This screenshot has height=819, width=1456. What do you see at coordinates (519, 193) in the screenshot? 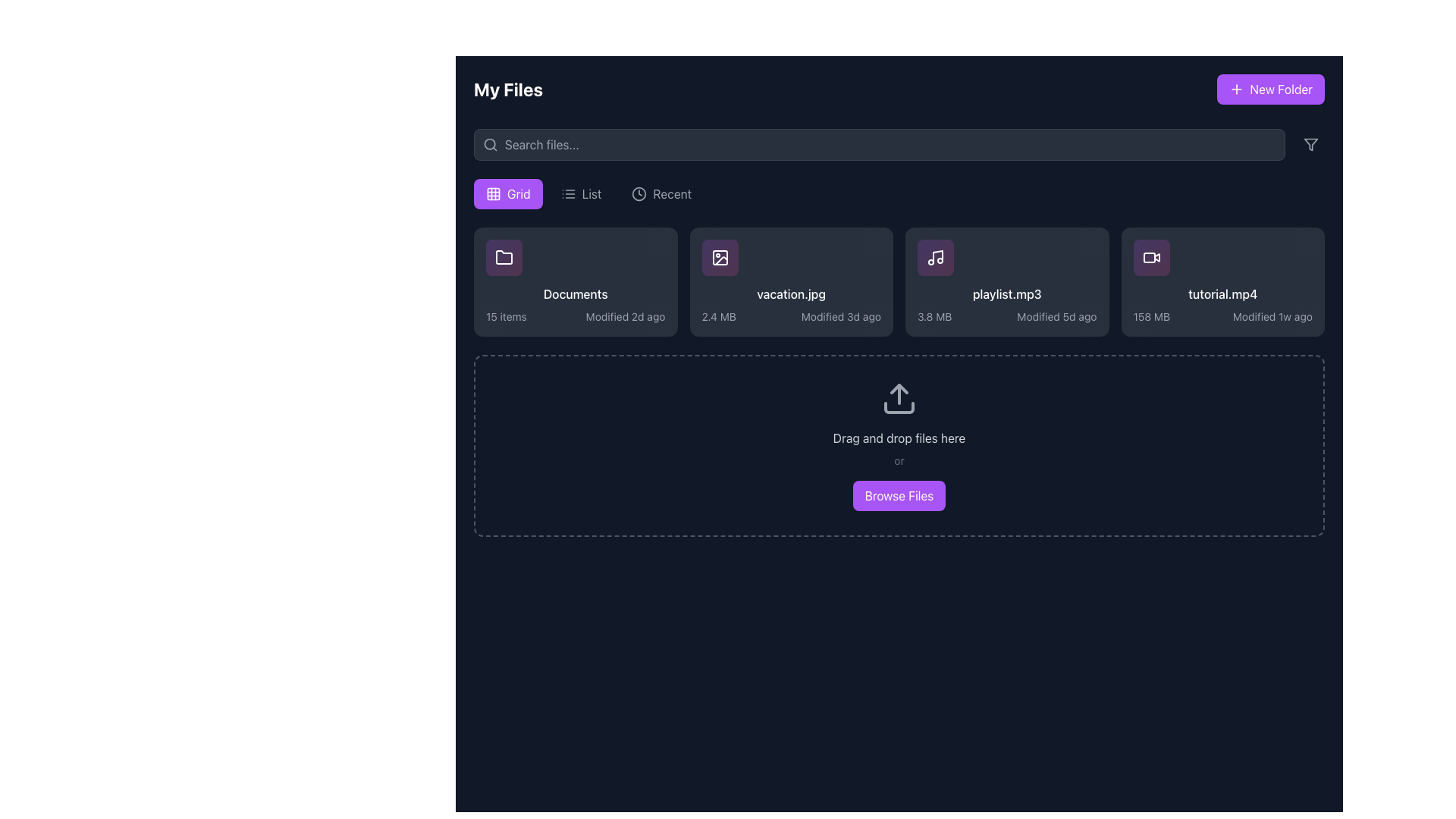
I see `the 'Grid' button which is a purple rectangular button with rounded corners displaying the text 'Grid' in white font, located at the top section of the interface for navigation` at bounding box center [519, 193].